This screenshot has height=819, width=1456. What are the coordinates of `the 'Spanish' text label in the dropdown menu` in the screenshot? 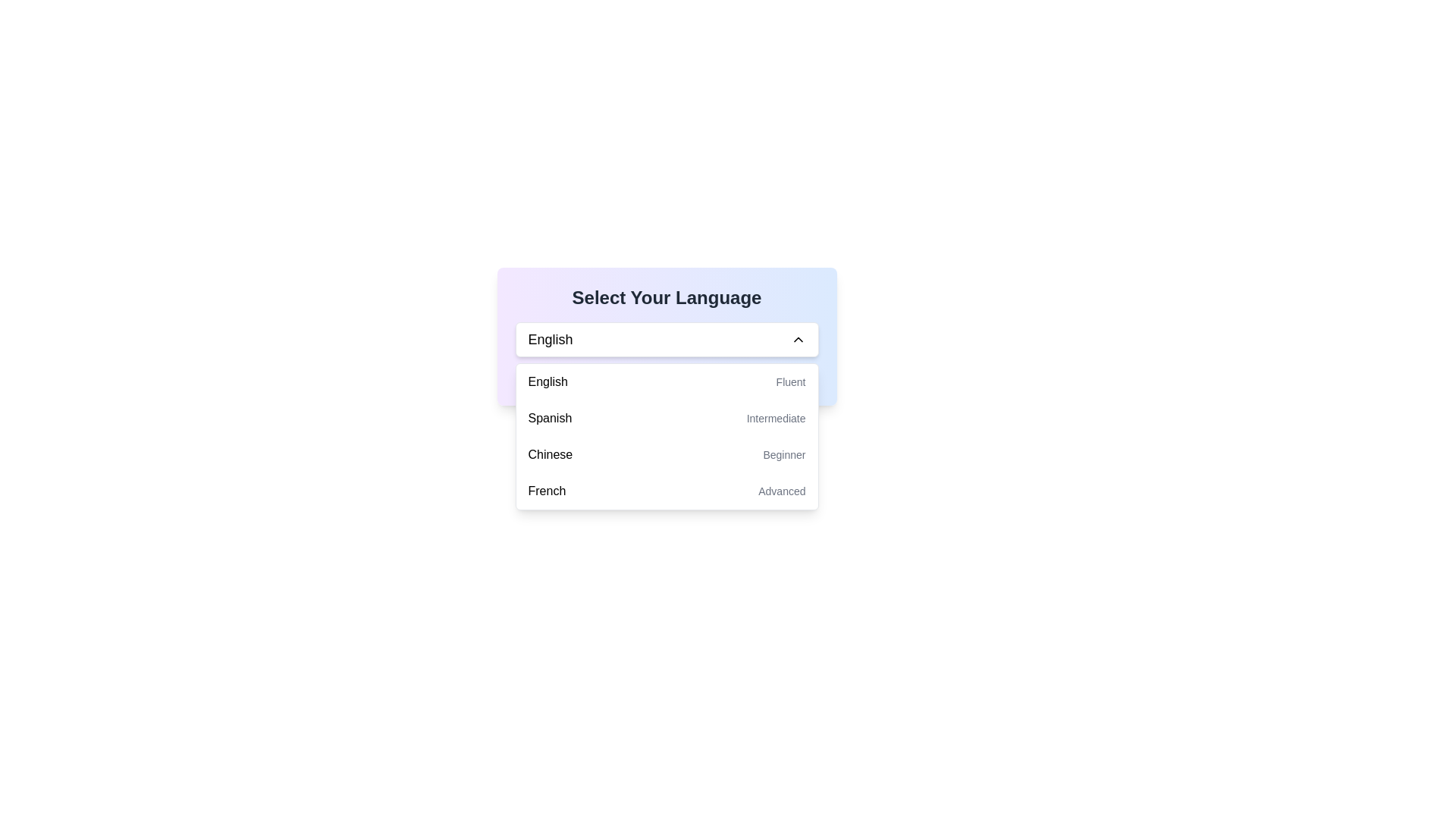 It's located at (549, 418).